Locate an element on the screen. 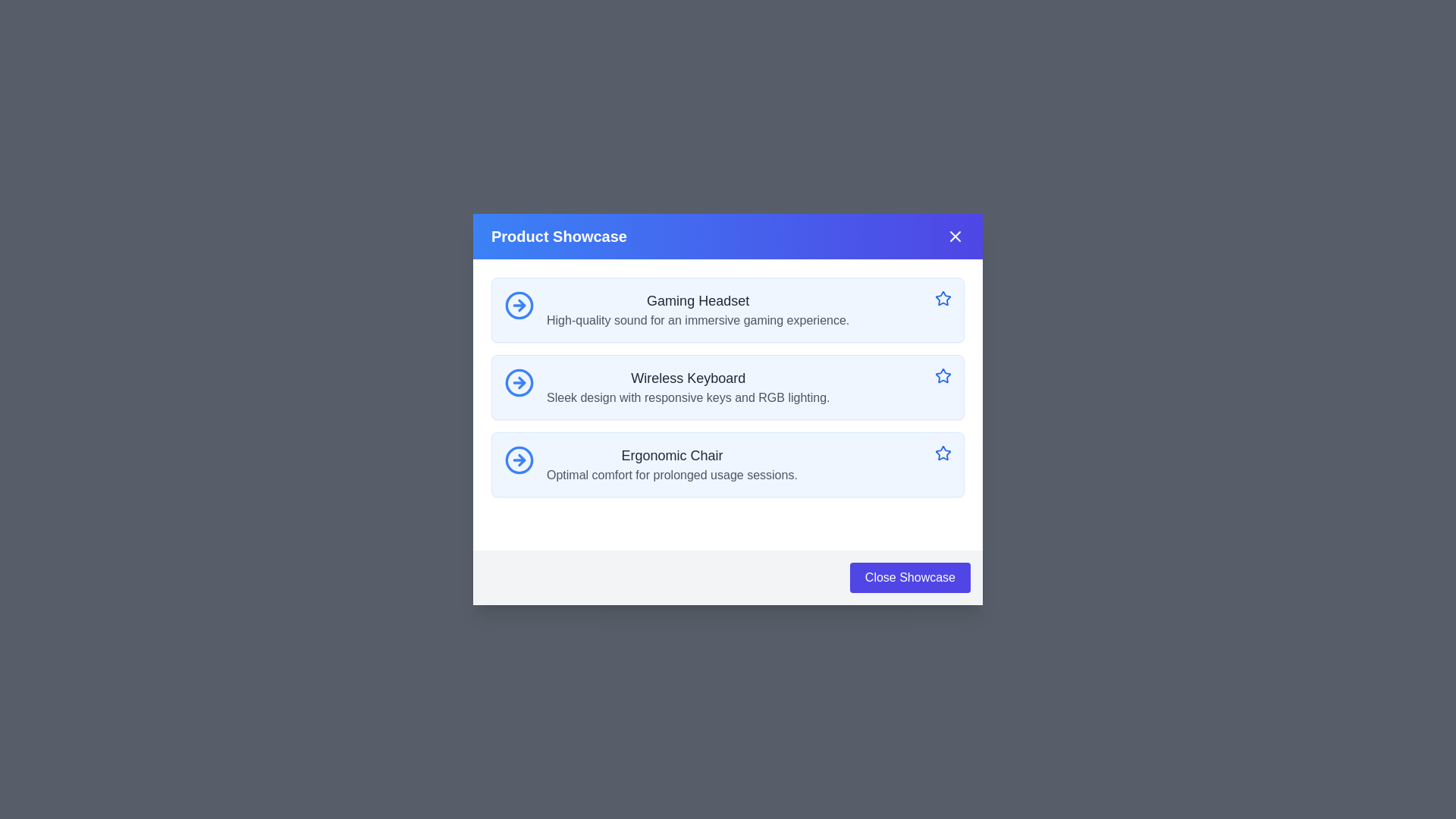 The image size is (1456, 819). the topmost card component in the Product Showcase labeled 'Gaming Headset' is located at coordinates (728, 309).